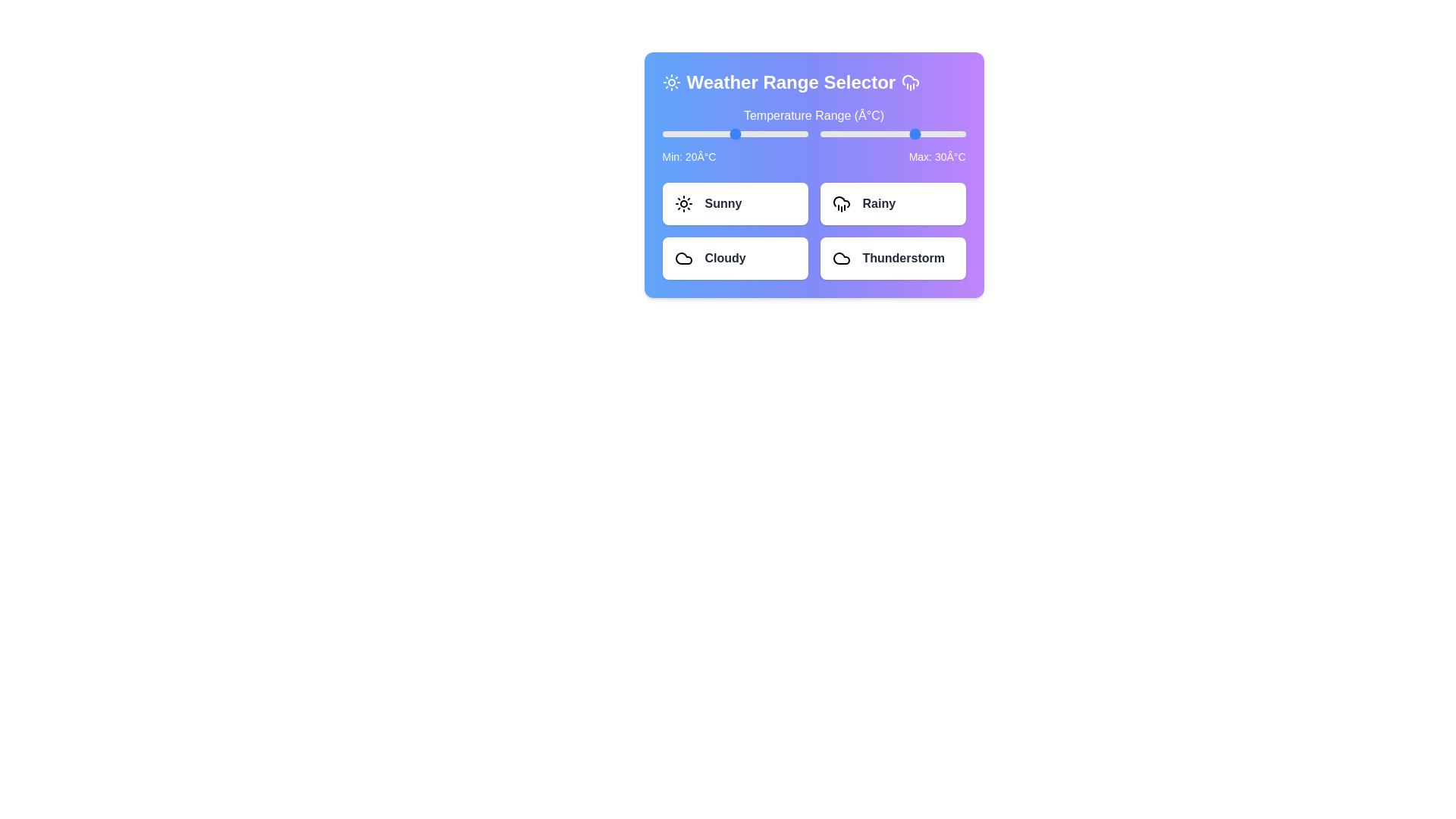 The height and width of the screenshot is (819, 1456). What do you see at coordinates (799, 133) in the screenshot?
I see `the minimum temperature range slider to 47°C` at bounding box center [799, 133].